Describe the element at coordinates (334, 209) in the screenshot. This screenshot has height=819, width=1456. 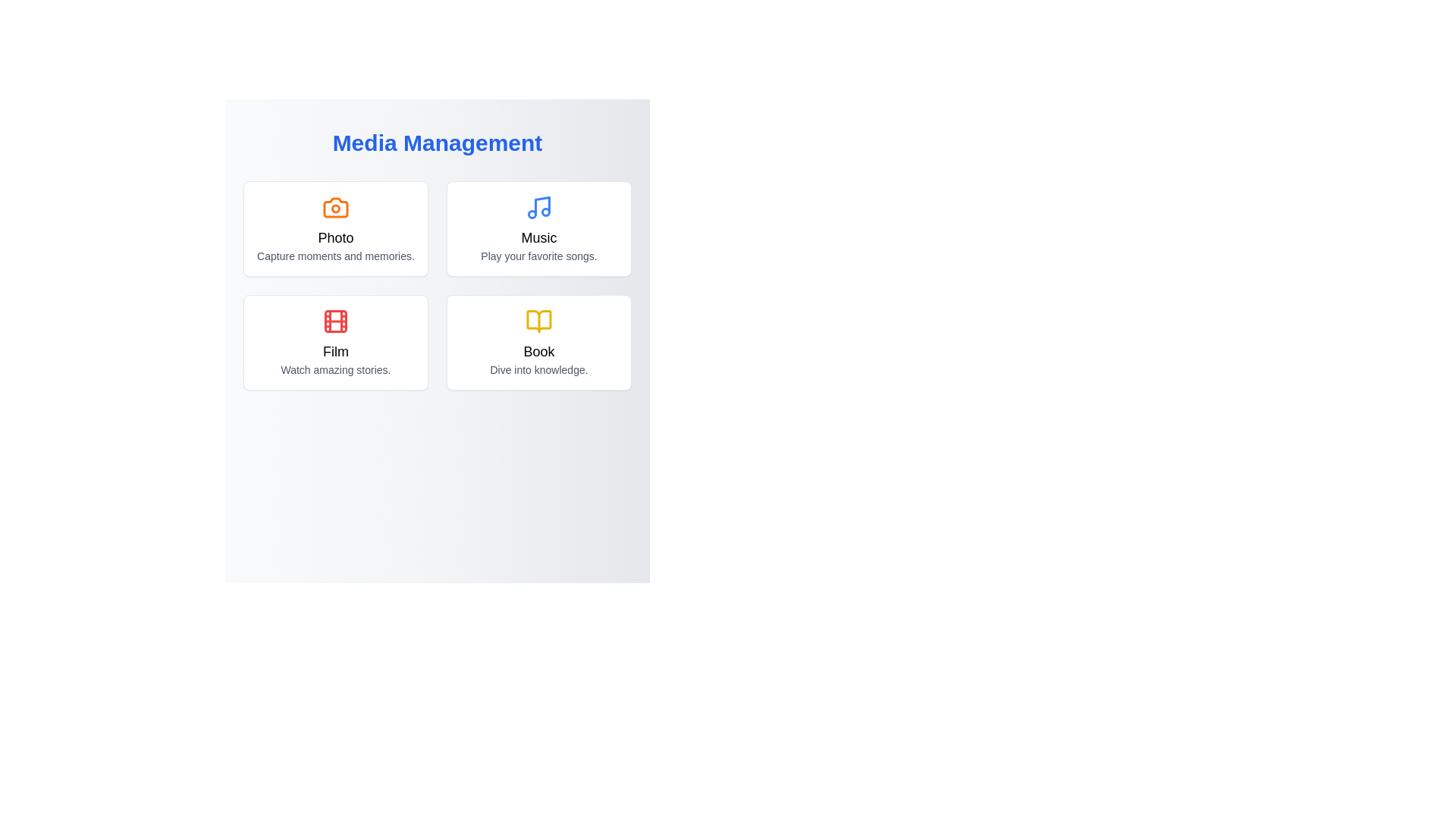
I see `the decorative SVG circle at the center of the camera icon in the top-left card labeled 'Photo' under the 'Media Management' header` at that location.